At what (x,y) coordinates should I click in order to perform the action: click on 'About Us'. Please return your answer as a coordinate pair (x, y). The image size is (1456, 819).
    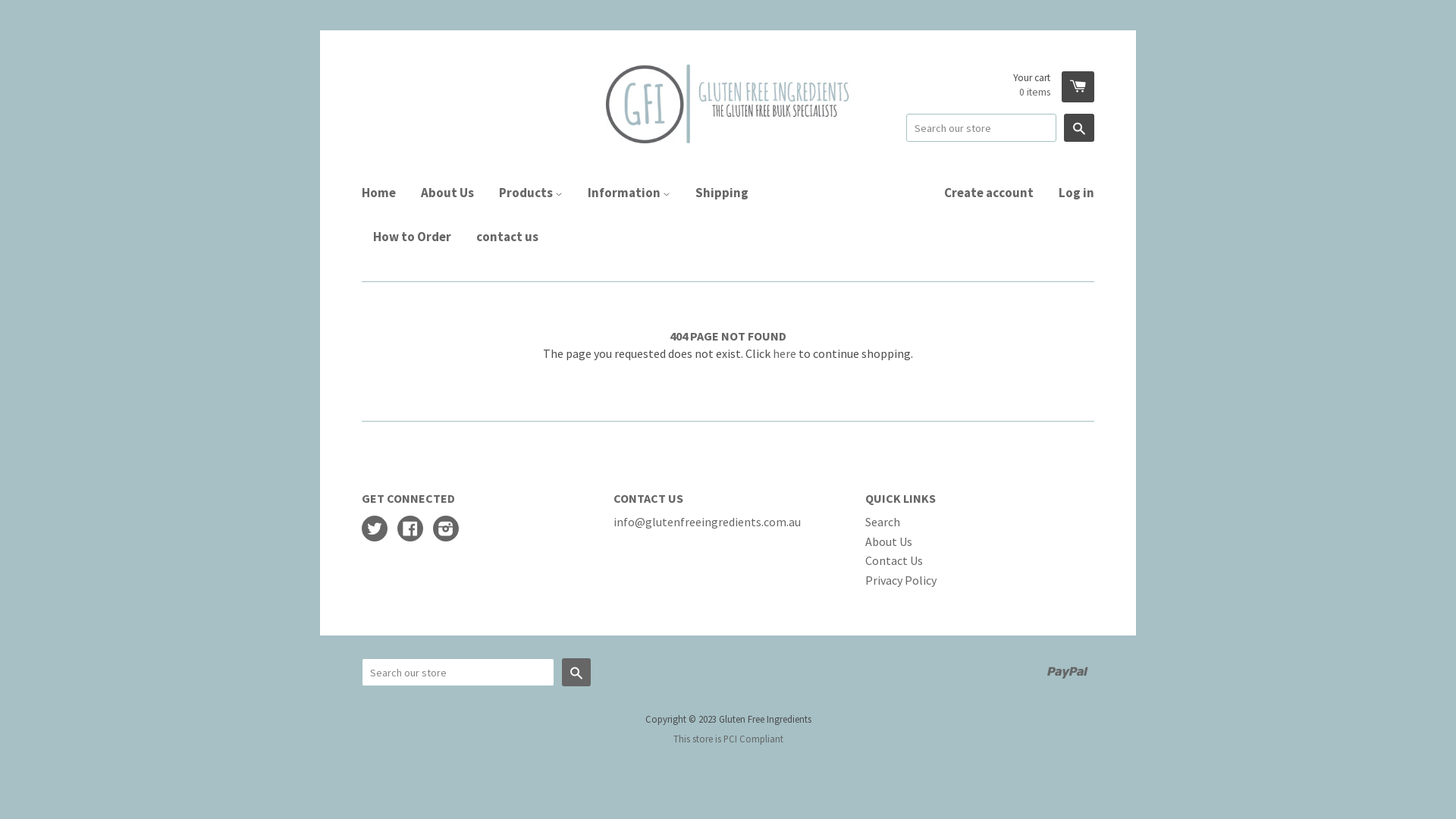
    Looking at the image, I should click on (447, 192).